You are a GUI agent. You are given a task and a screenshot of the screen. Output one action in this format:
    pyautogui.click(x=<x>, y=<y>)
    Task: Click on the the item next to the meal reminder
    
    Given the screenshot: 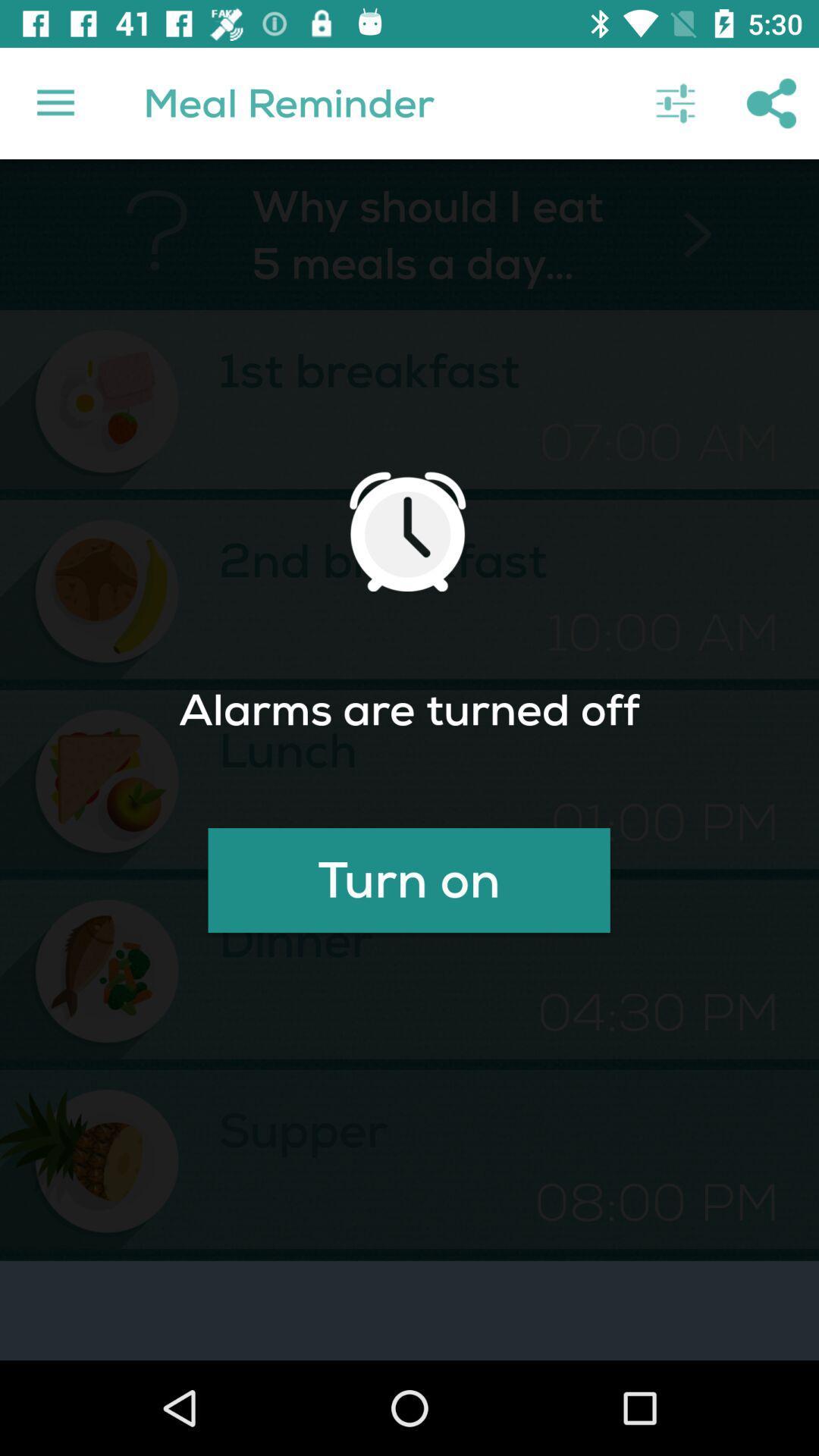 What is the action you would take?
    pyautogui.click(x=675, y=102)
    